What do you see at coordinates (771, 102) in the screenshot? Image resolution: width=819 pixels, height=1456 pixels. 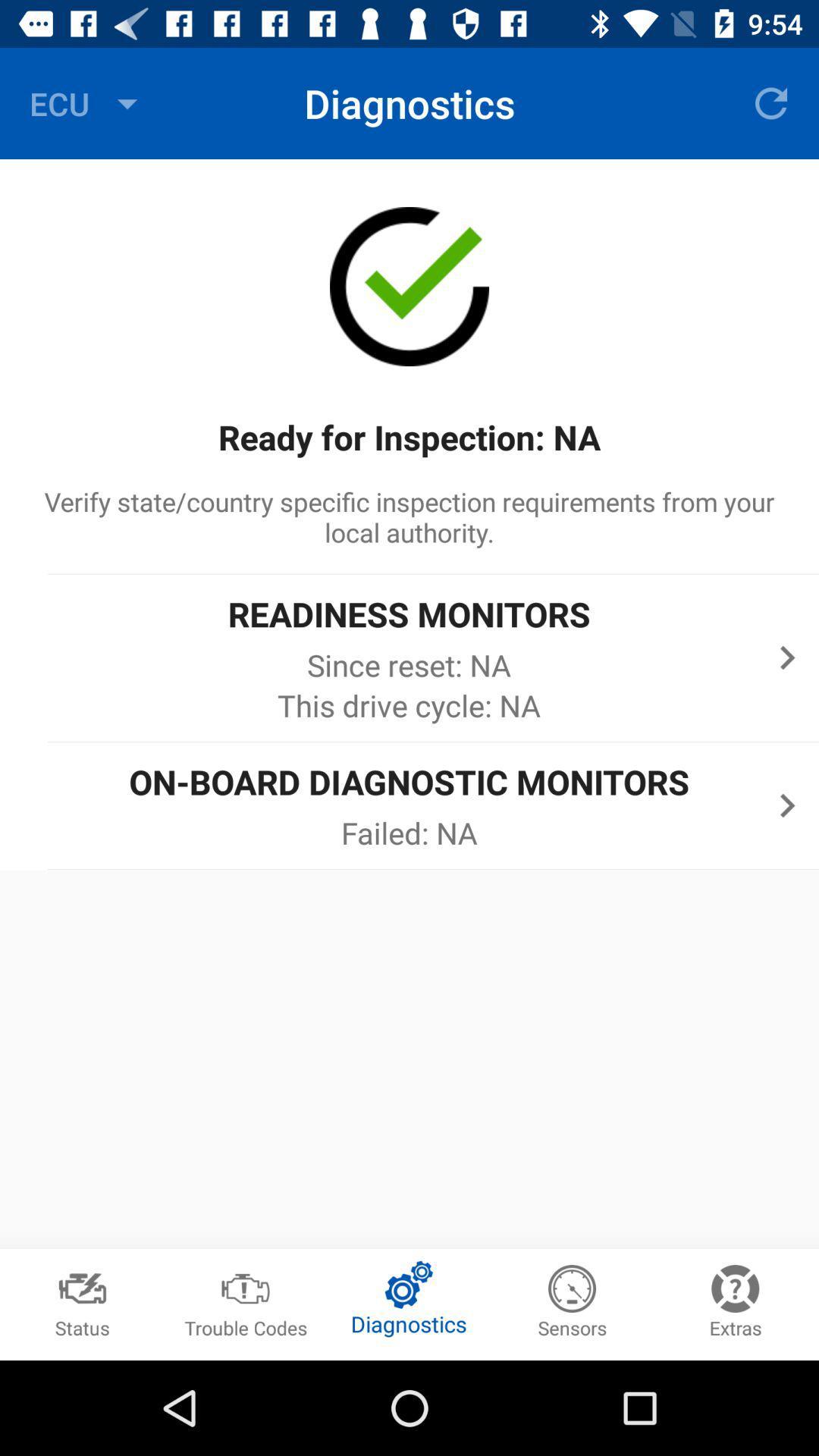 I see `the icon at the top right corner` at bounding box center [771, 102].